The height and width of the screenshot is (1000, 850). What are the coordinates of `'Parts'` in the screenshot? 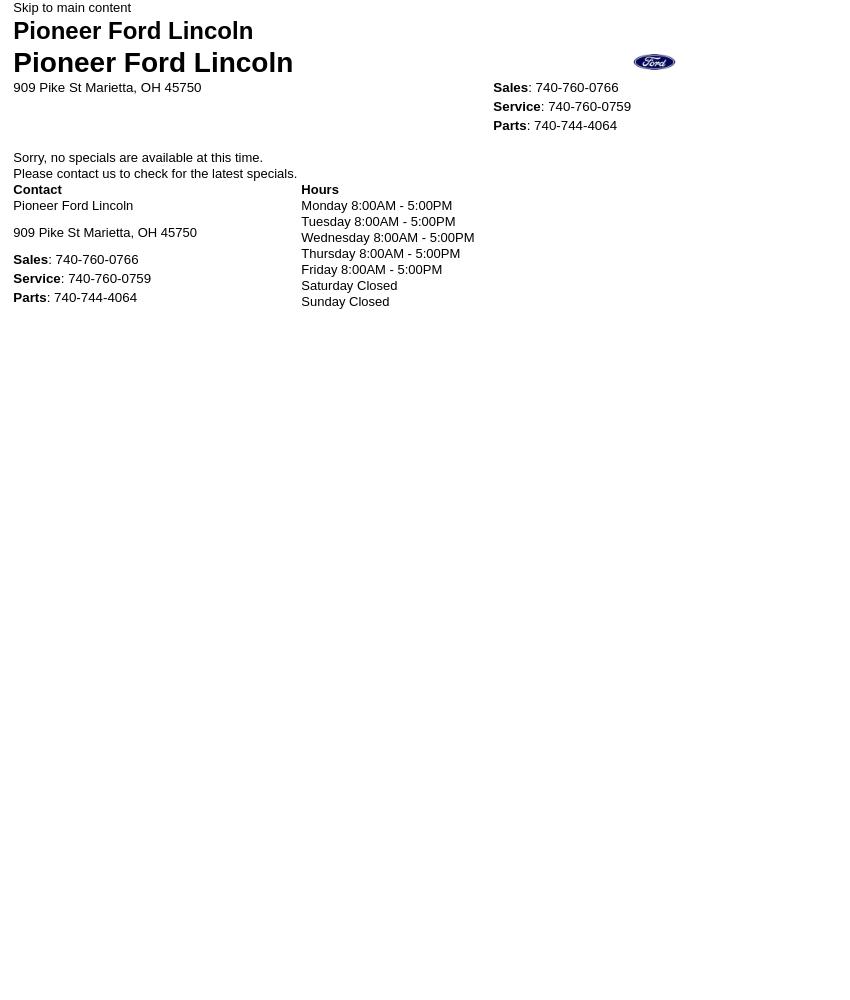 It's located at (509, 125).